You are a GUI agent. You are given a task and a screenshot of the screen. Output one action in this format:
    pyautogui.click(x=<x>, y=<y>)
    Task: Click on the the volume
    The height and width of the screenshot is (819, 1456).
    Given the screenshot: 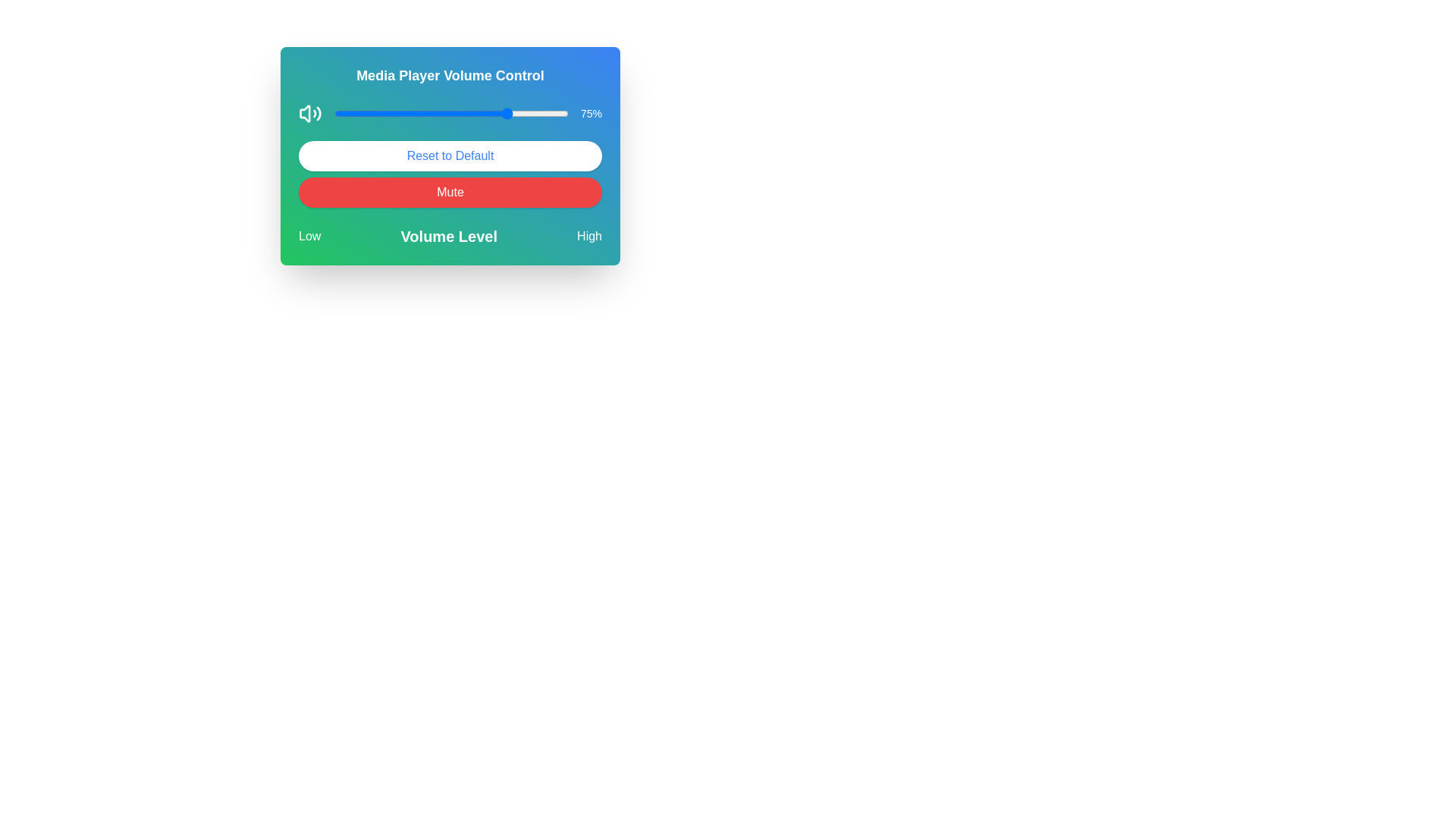 What is the action you would take?
    pyautogui.click(x=503, y=113)
    